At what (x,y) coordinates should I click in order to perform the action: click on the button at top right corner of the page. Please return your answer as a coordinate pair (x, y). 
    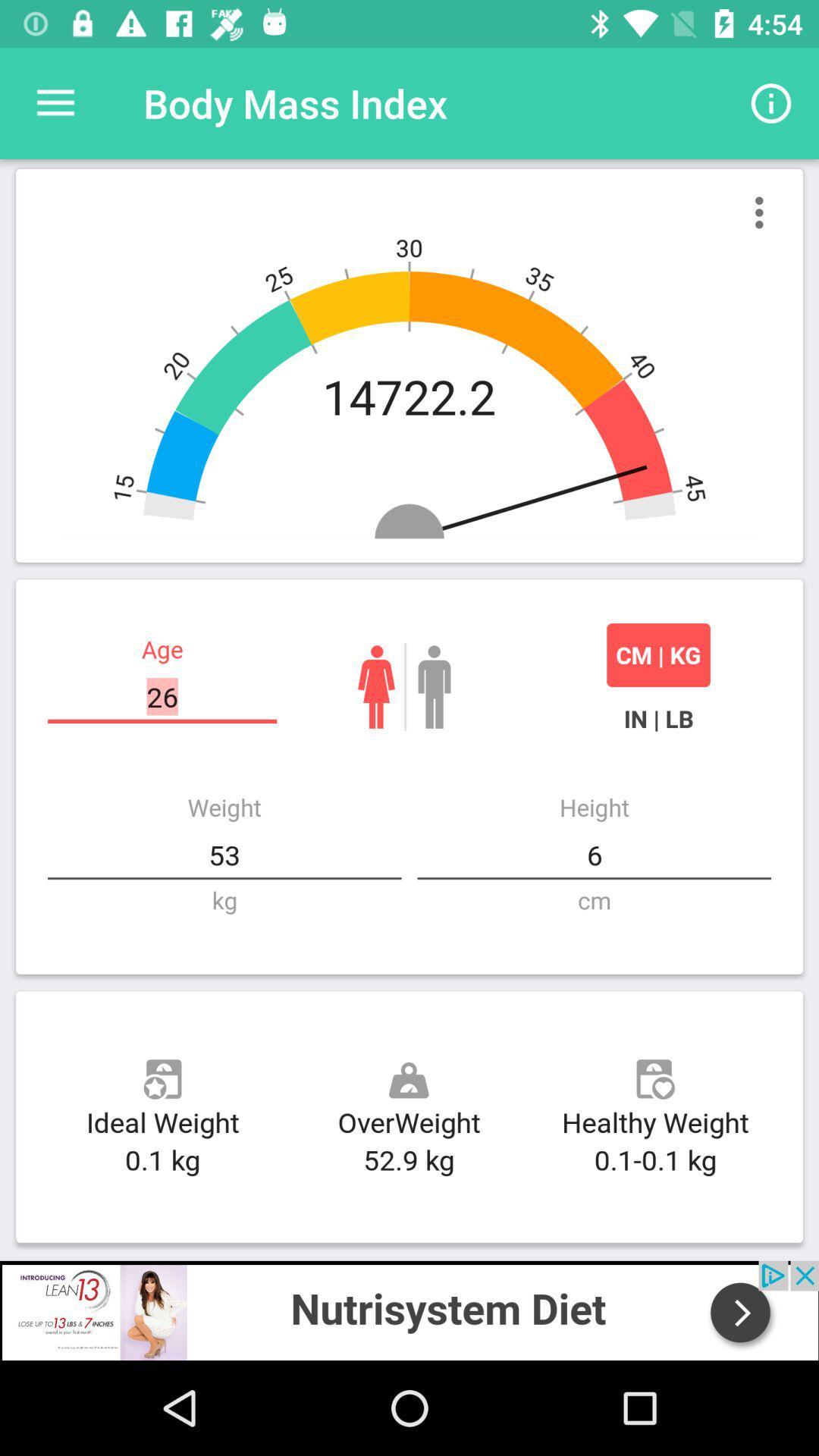
    Looking at the image, I should click on (771, 103).